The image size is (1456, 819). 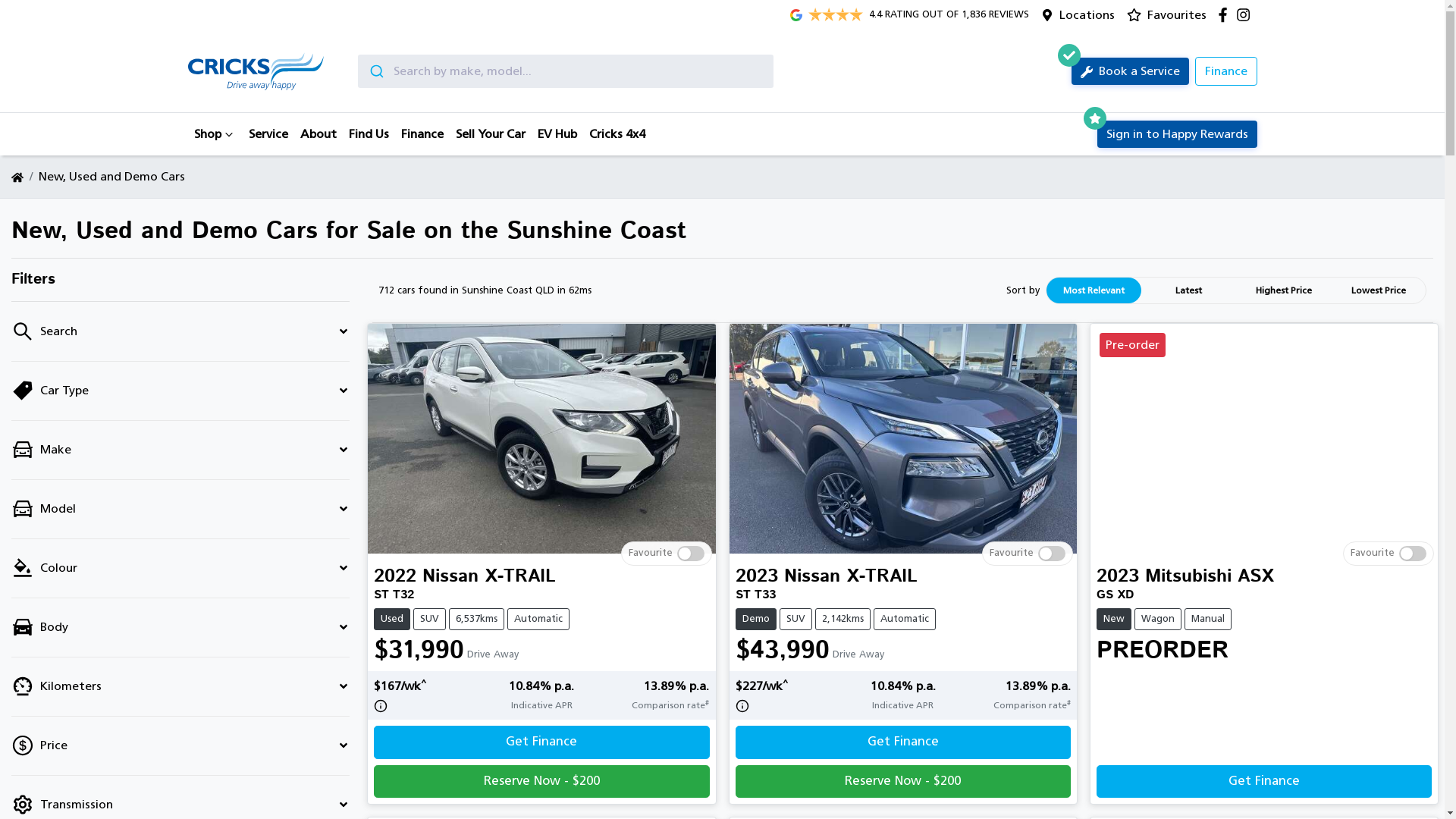 What do you see at coordinates (180, 509) in the screenshot?
I see `'Model'` at bounding box center [180, 509].